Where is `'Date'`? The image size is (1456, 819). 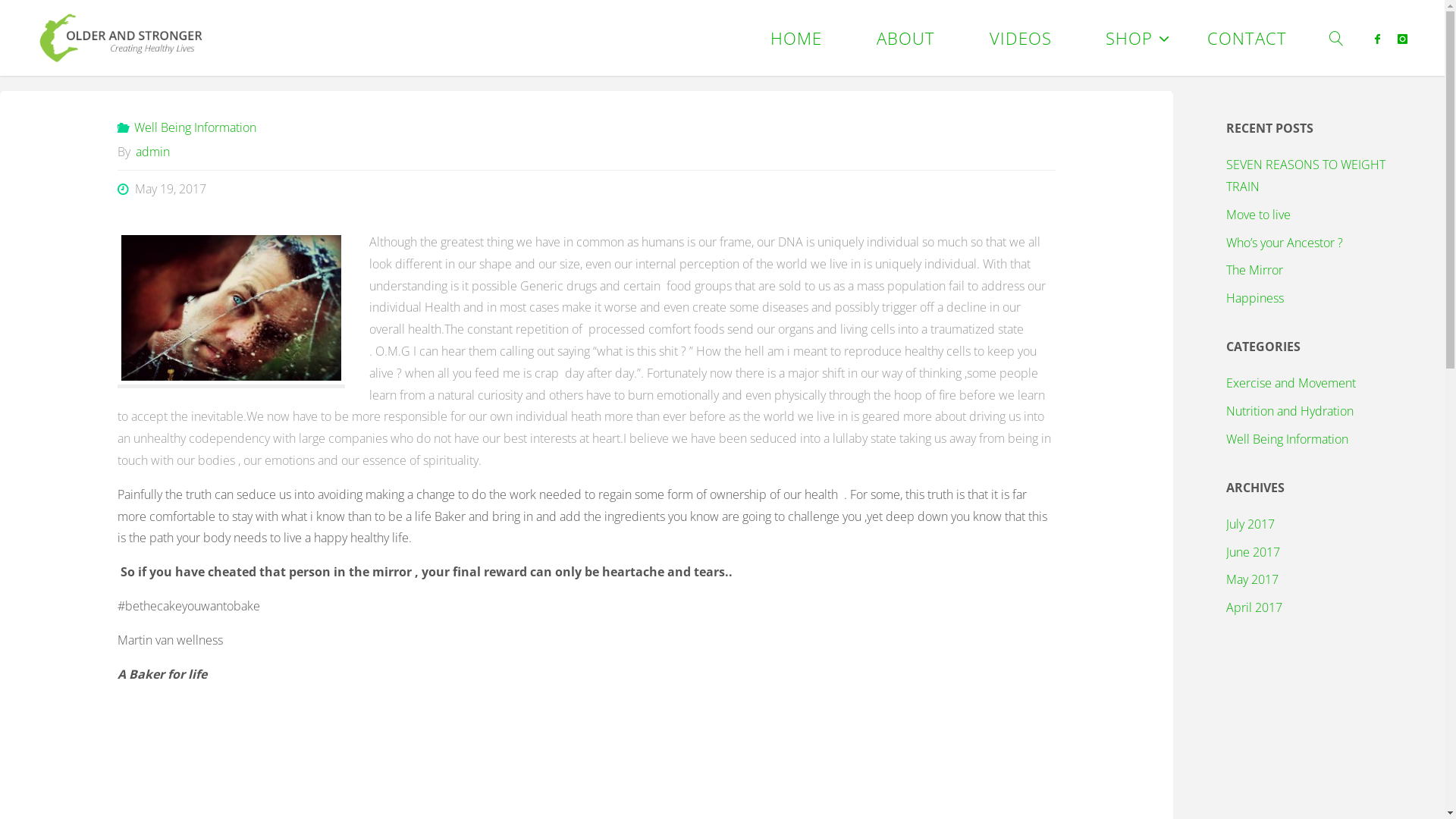
'Date' is located at coordinates (124, 188).